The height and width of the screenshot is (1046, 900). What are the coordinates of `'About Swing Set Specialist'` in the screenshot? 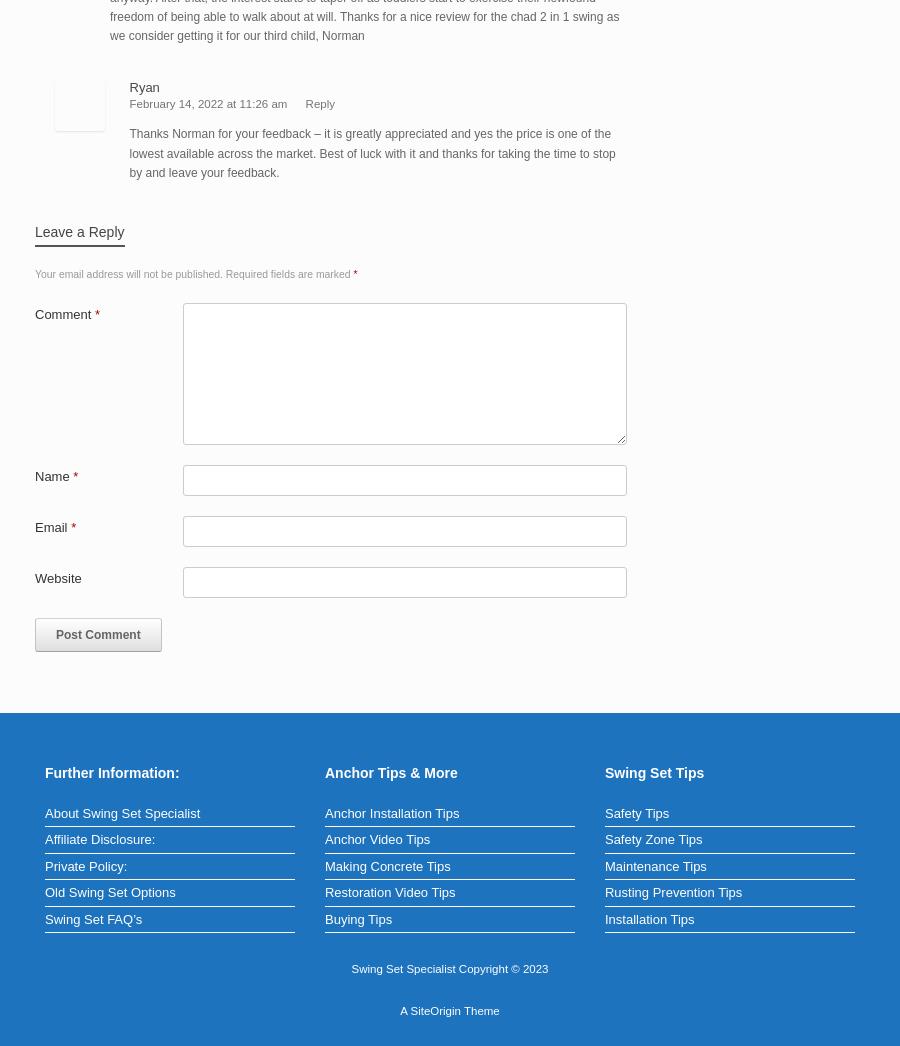 It's located at (122, 812).